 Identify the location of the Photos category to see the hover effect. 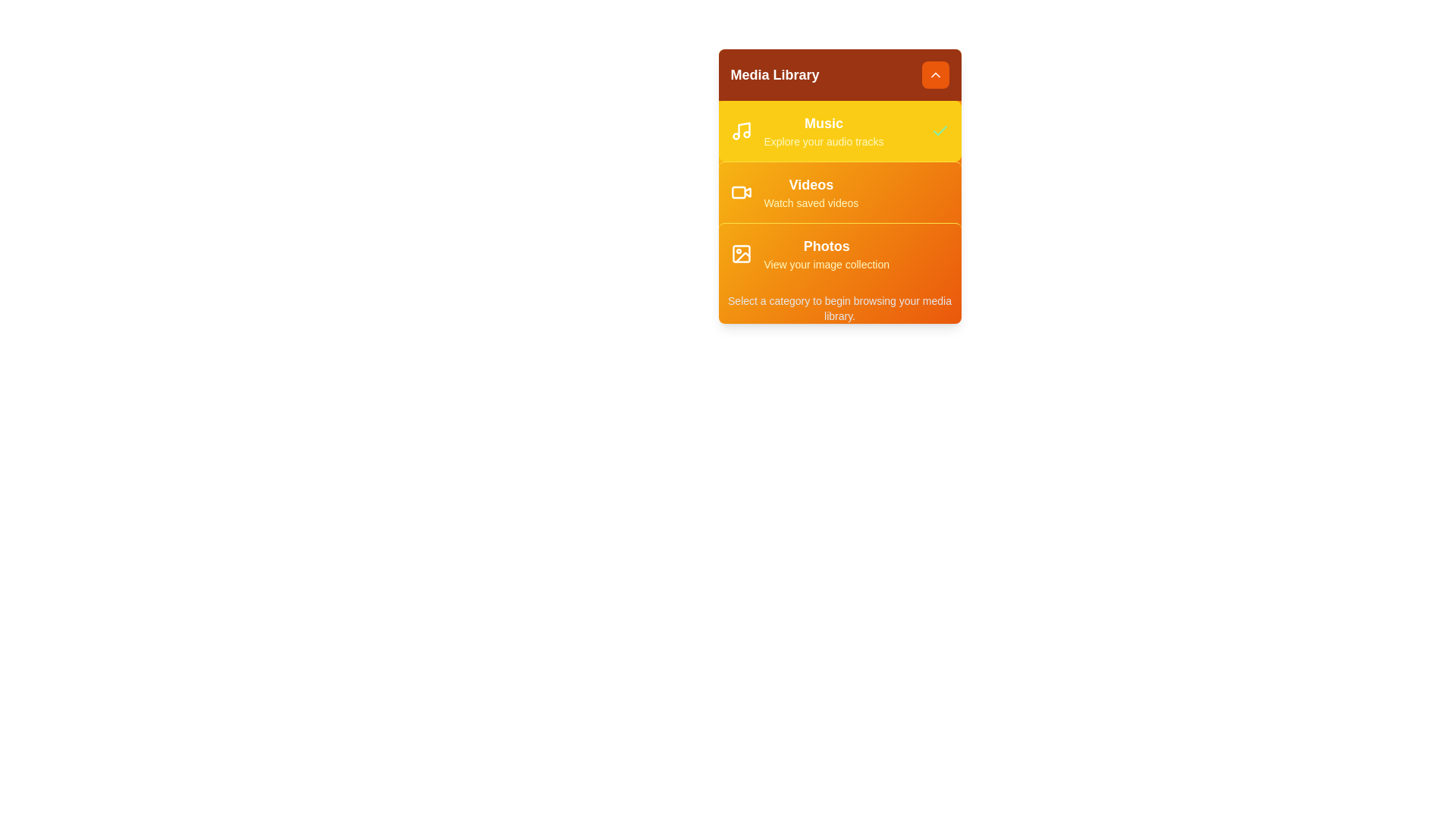
(839, 253).